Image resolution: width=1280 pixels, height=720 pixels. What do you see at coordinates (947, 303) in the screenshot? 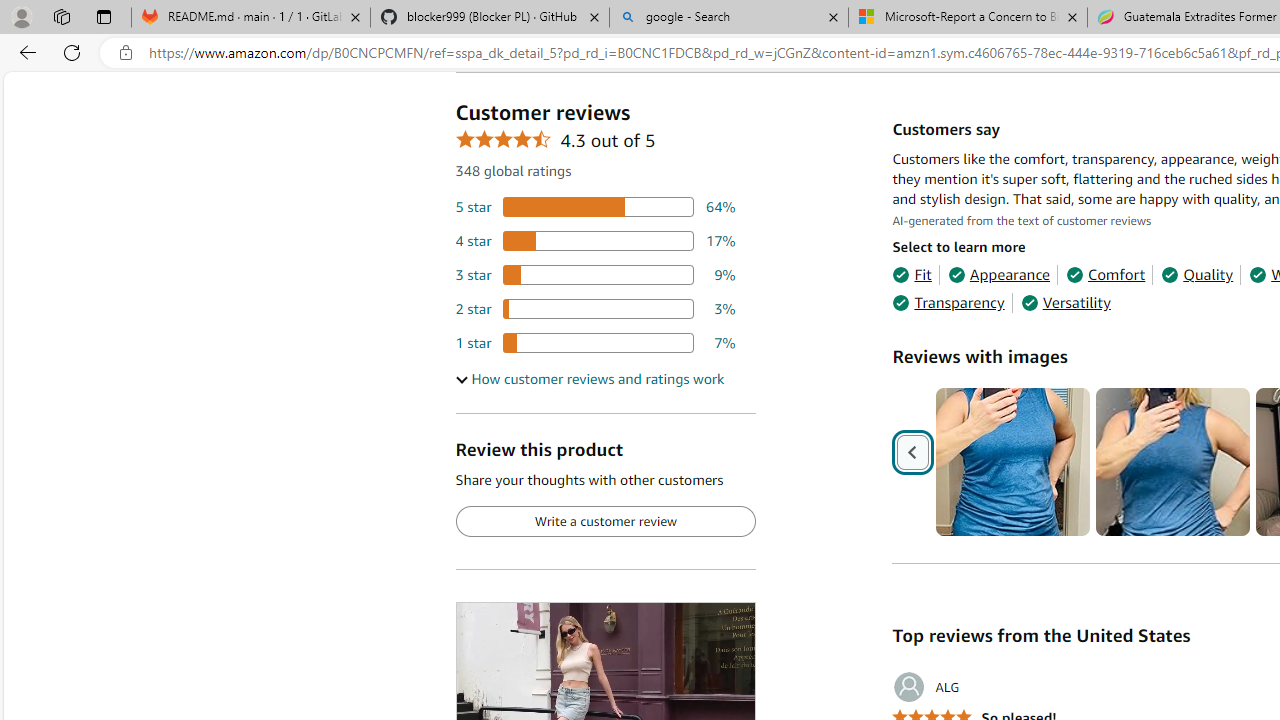
I see `'Transparency'` at bounding box center [947, 303].